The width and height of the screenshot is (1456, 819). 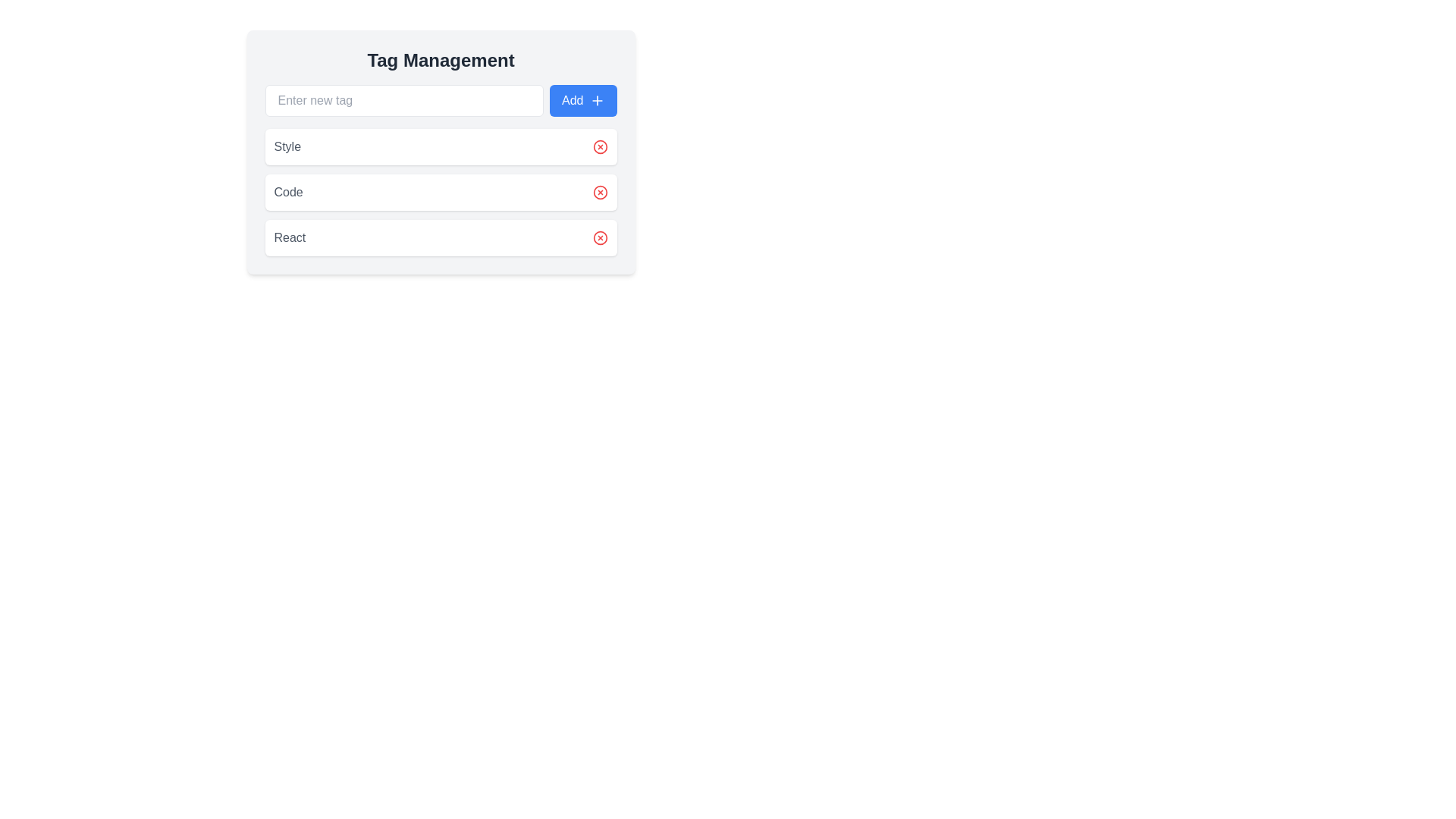 I want to click on the delete button located at the far right end of the row displaying the label 'Code', so click(x=599, y=192).